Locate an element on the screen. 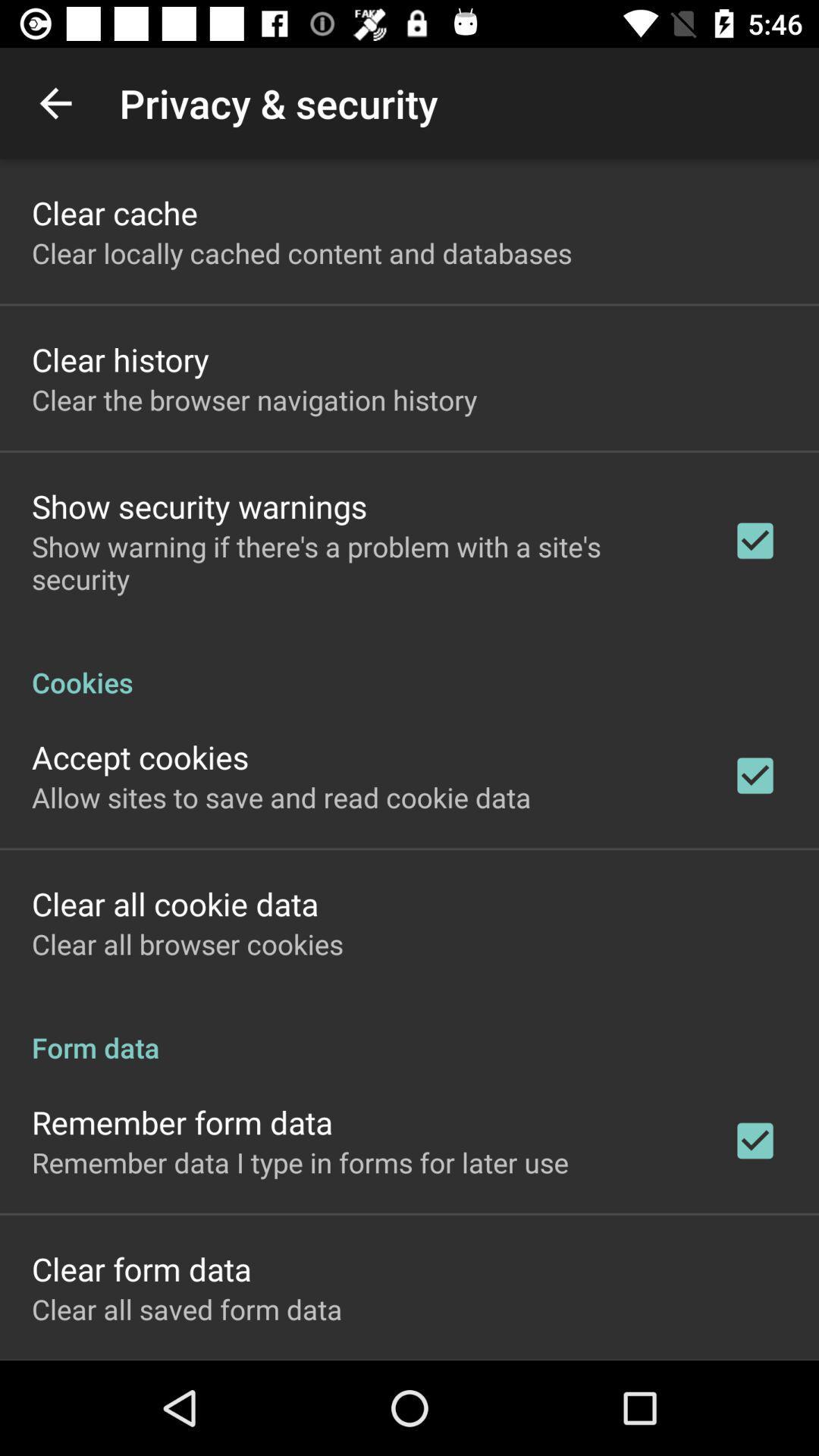 This screenshot has width=819, height=1456. allow sites to is located at coordinates (281, 796).